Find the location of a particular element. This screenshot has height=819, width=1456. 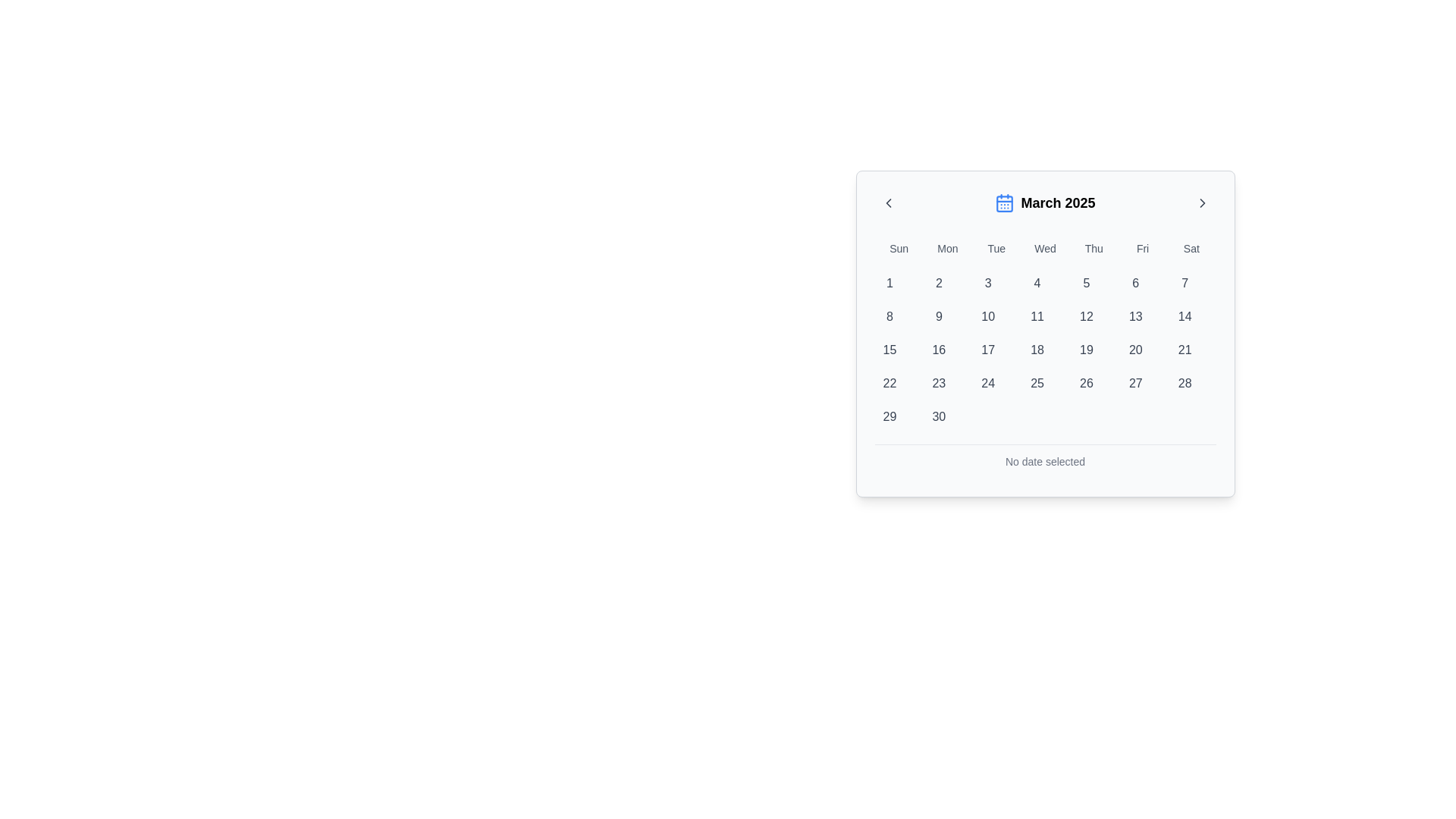

the background rectangle of the calendar icon located next to the text 'March 2025' in the top section of the calendar widget is located at coordinates (1005, 203).